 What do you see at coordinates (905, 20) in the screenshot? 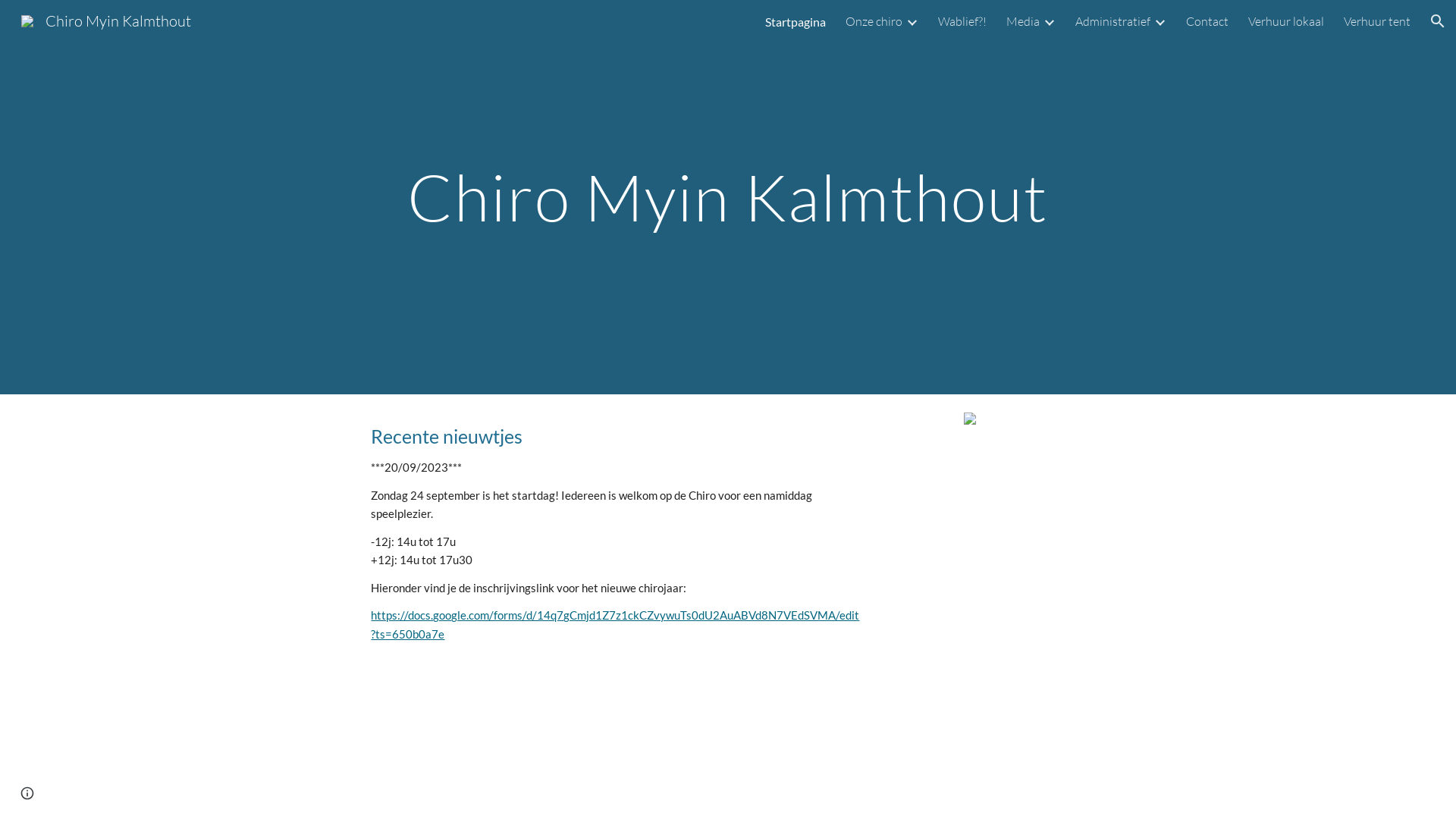
I see `'Expand/Collapse'` at bounding box center [905, 20].